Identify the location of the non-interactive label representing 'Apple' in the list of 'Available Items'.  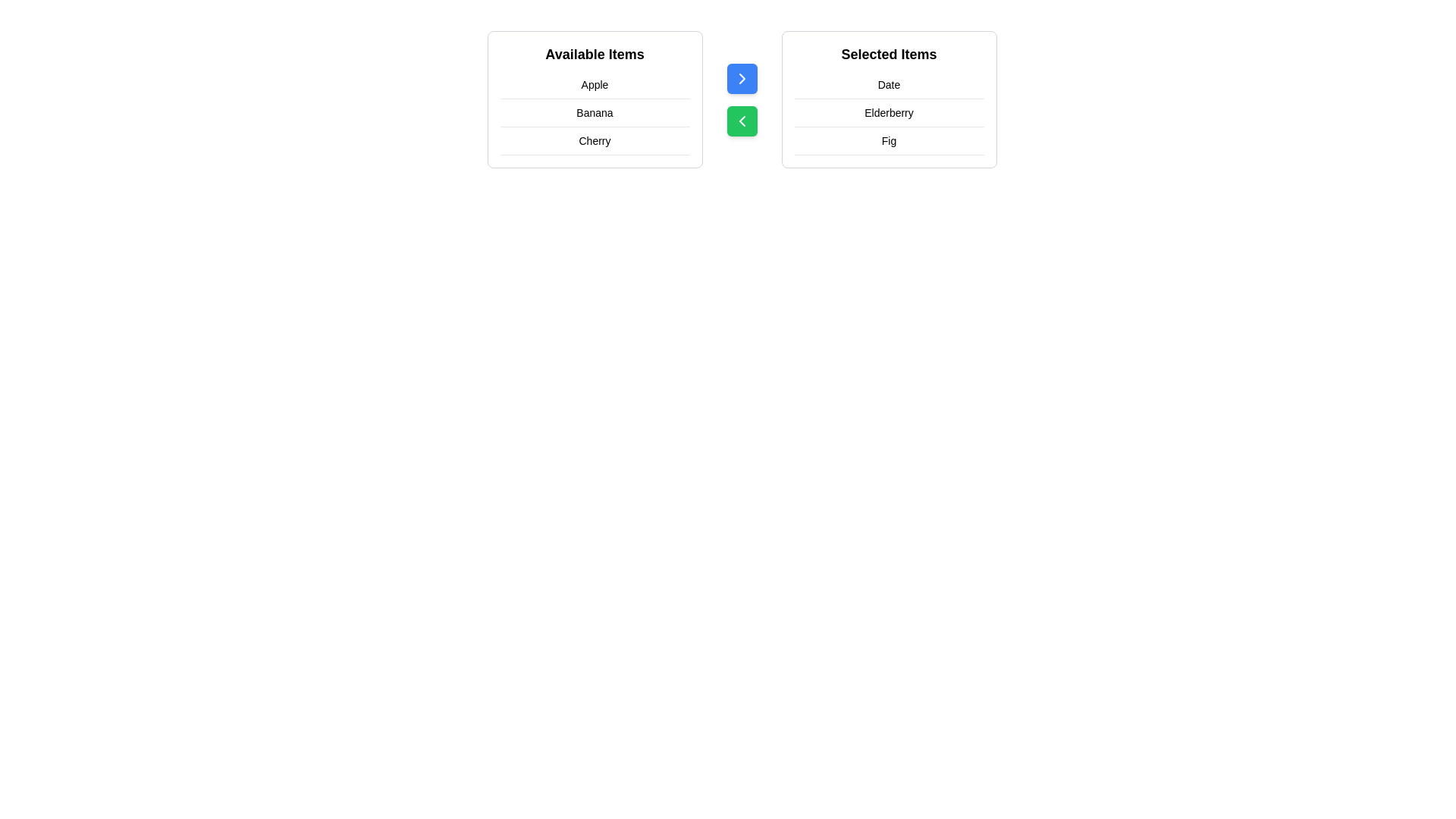
(594, 85).